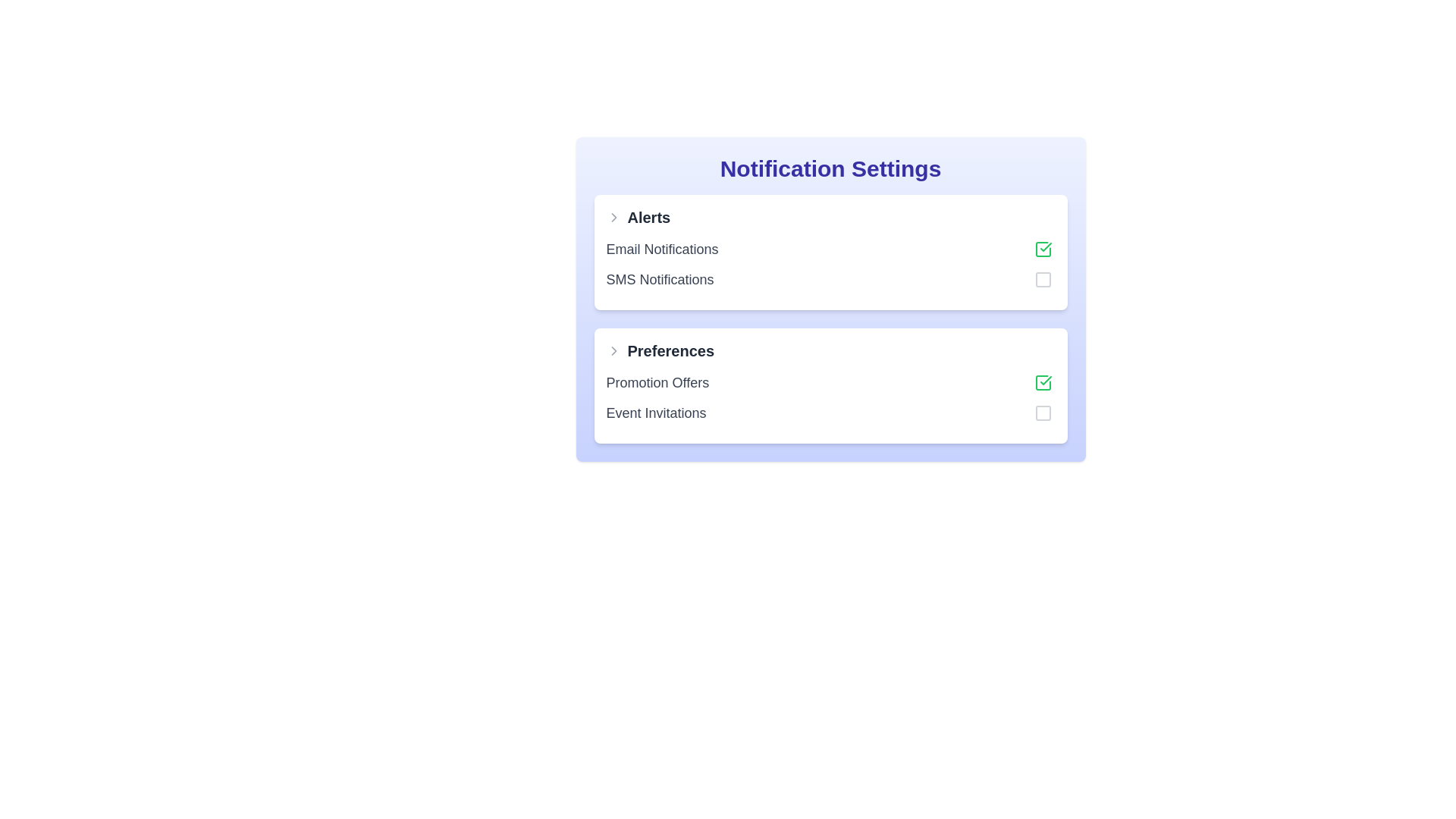 The width and height of the screenshot is (1456, 819). I want to click on the checkbox, so click(1042, 413).